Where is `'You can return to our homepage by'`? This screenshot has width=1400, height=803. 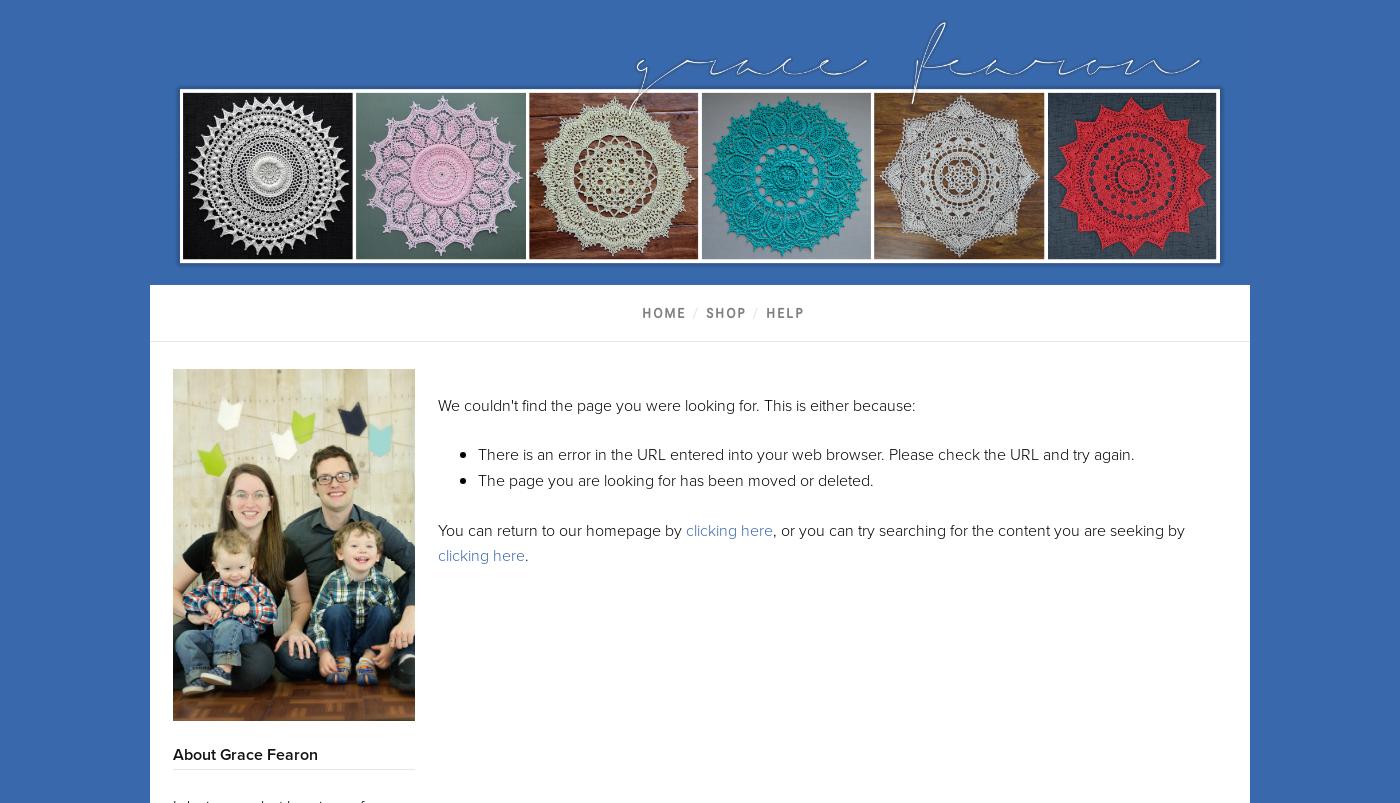
'You can return to our homepage by' is located at coordinates (561, 528).